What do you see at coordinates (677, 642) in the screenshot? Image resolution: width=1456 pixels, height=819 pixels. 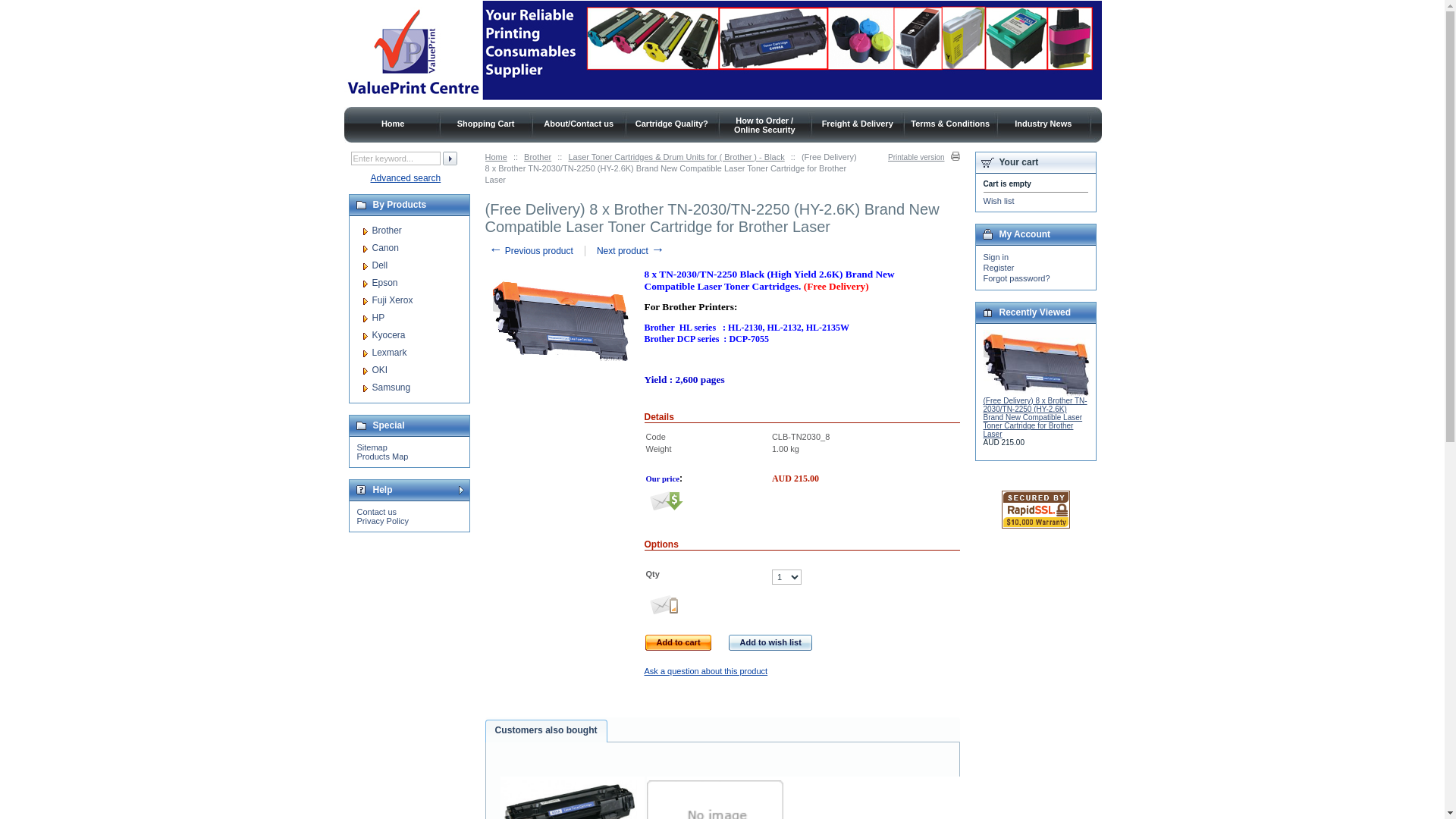 I see `'Add to cart'` at bounding box center [677, 642].